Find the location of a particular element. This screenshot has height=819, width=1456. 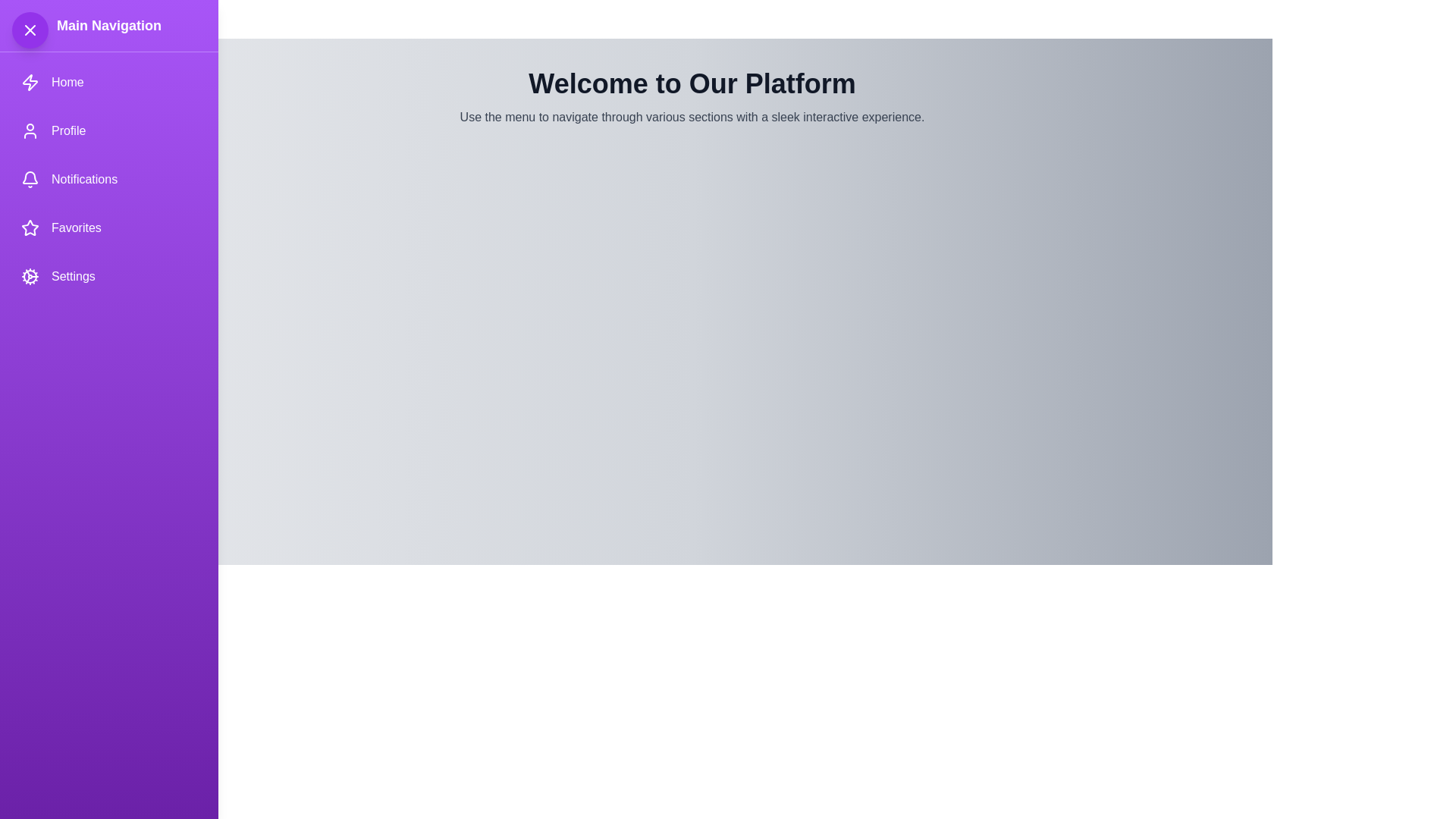

the button at the top-left corner to toggle the drawer's visibility is located at coordinates (30, 30).